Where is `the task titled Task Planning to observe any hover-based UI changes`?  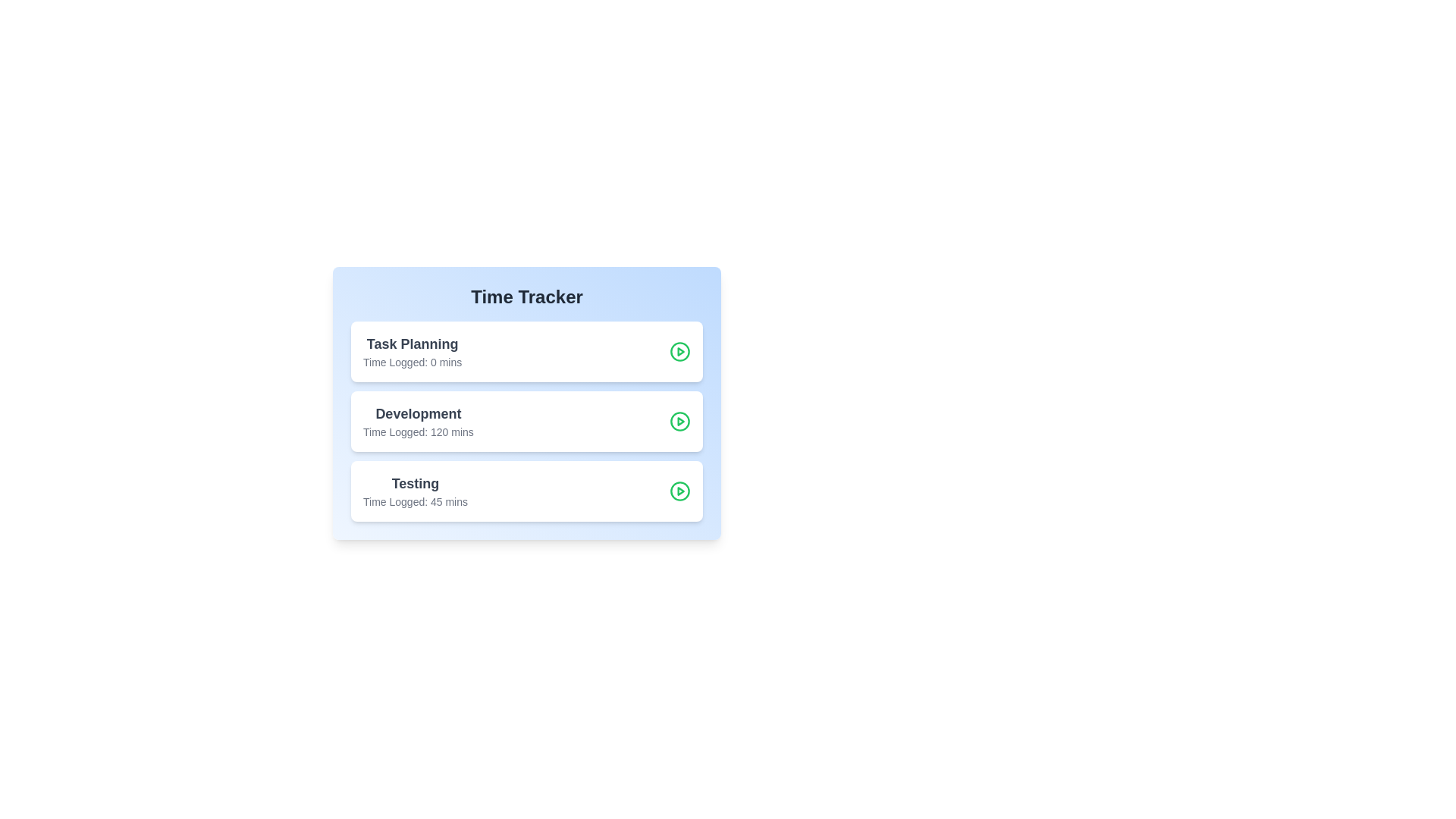 the task titled Task Planning to observe any hover-based UI changes is located at coordinates (412, 351).